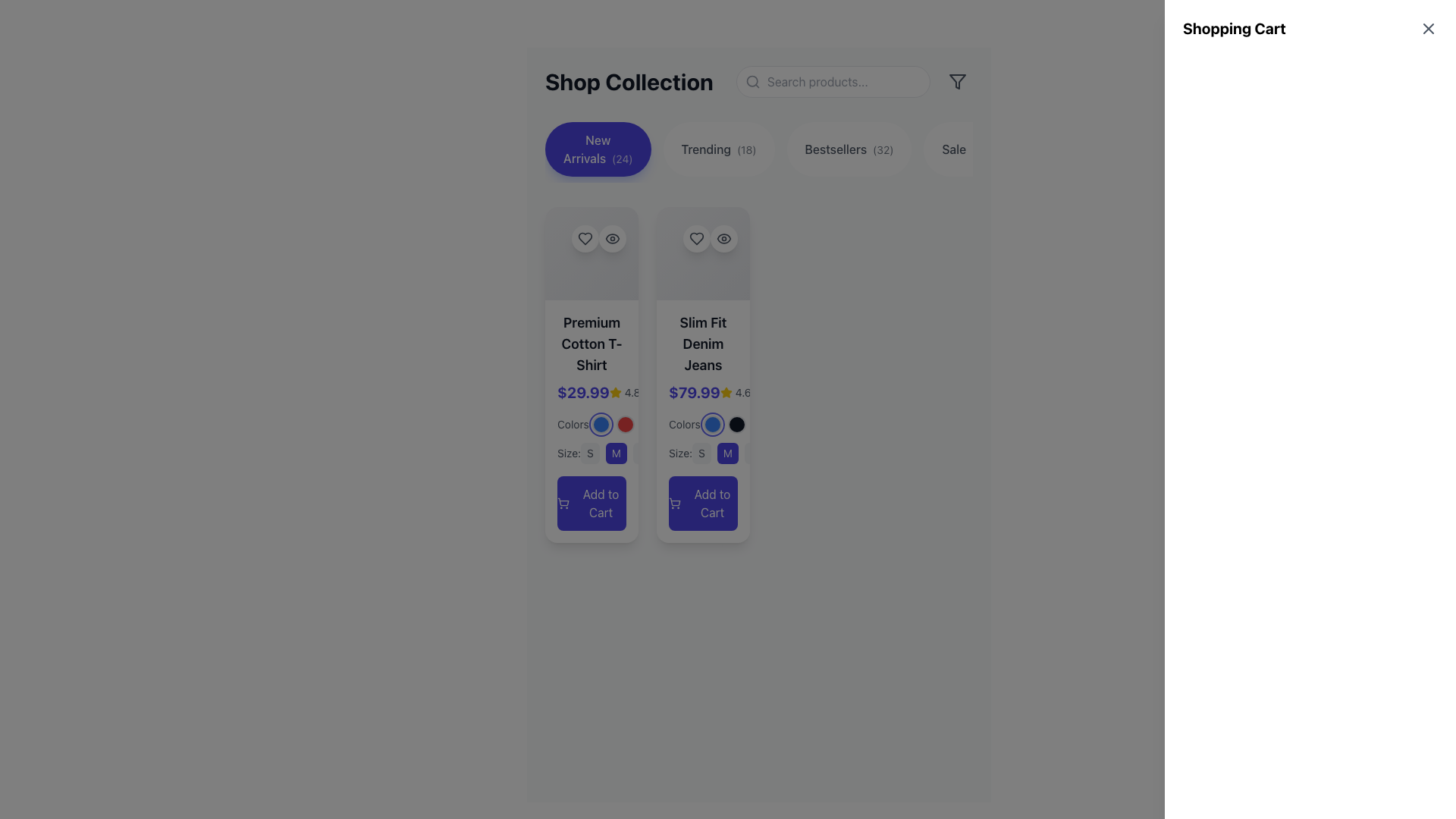 This screenshot has height=819, width=1456. I want to click on the highlighted size option 'M' in the interactive selection component for the 'Slim Fit Denim Jeans' card, so click(702, 439).